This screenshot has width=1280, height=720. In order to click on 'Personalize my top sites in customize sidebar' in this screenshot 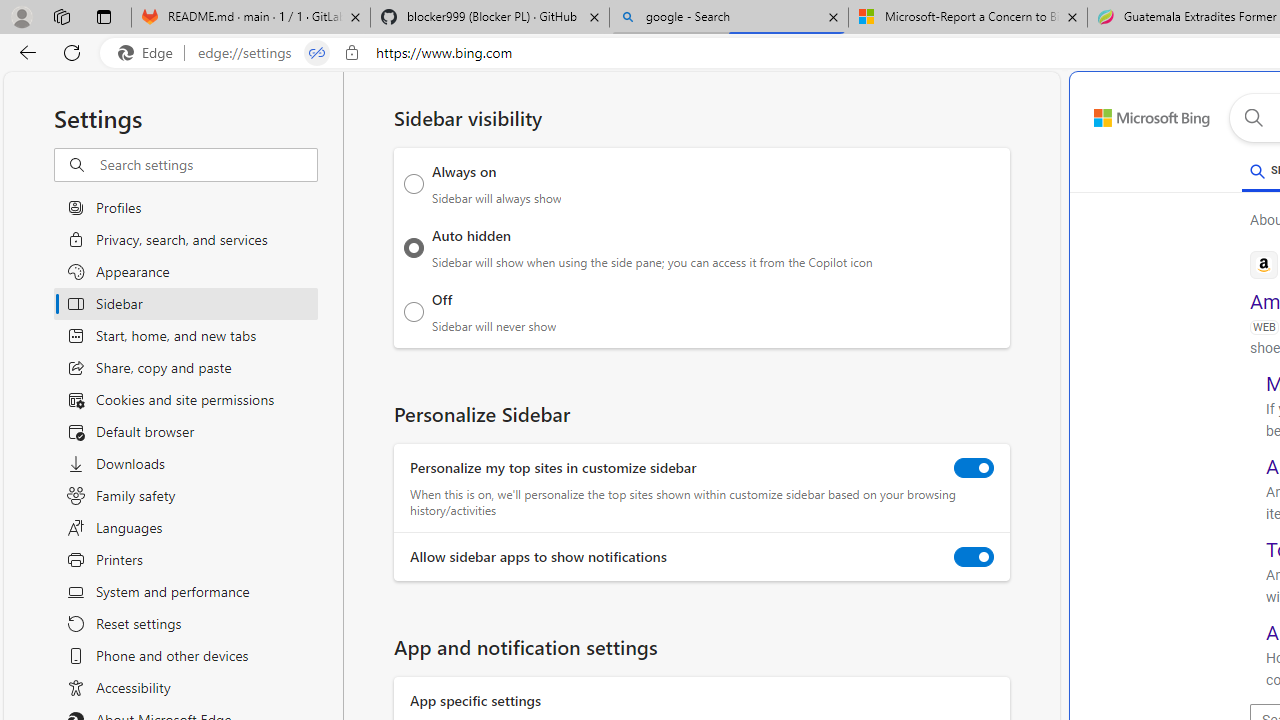, I will do `click(974, 468)`.